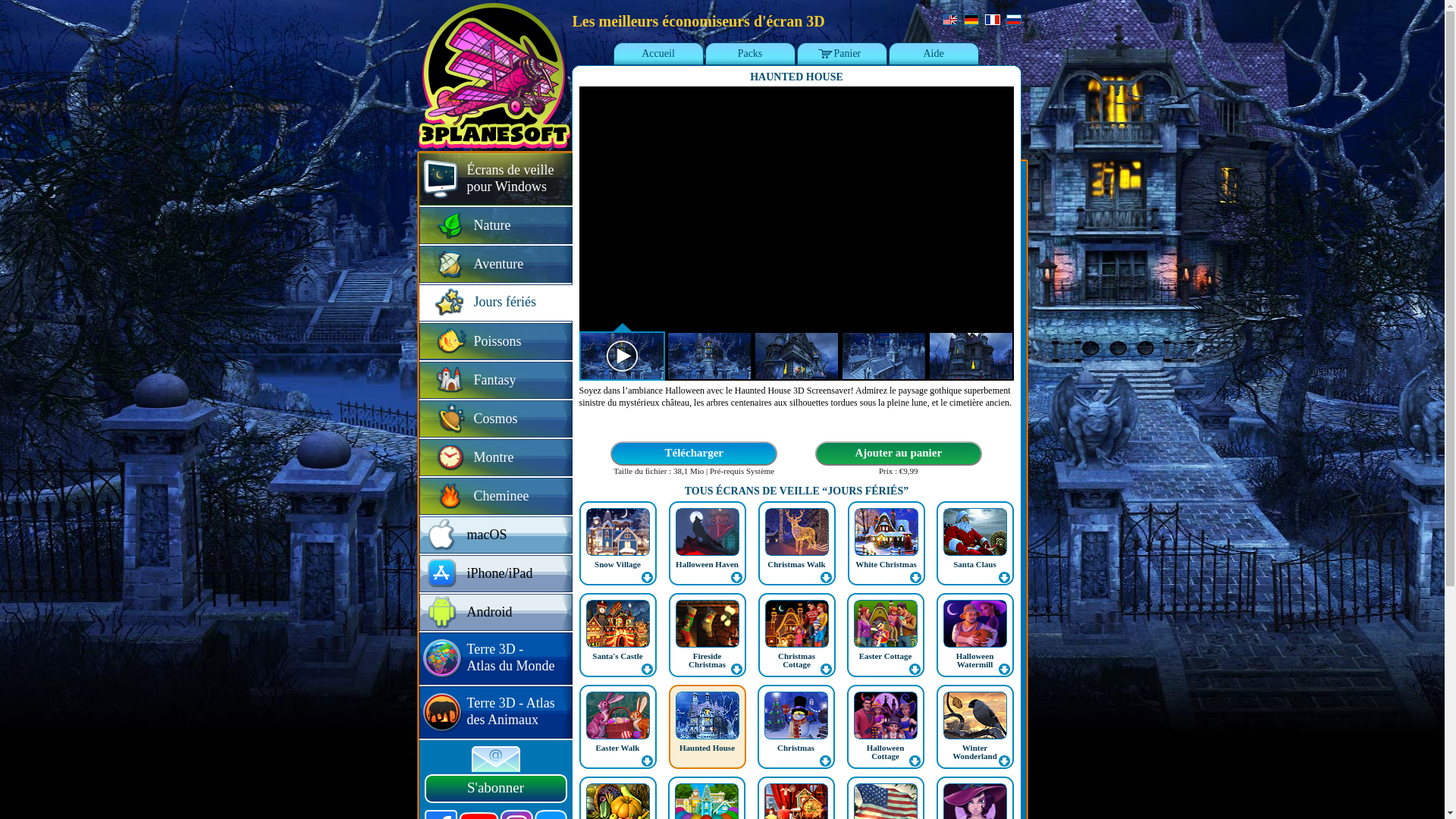  I want to click on 'Subscribe', so click(471, 759).